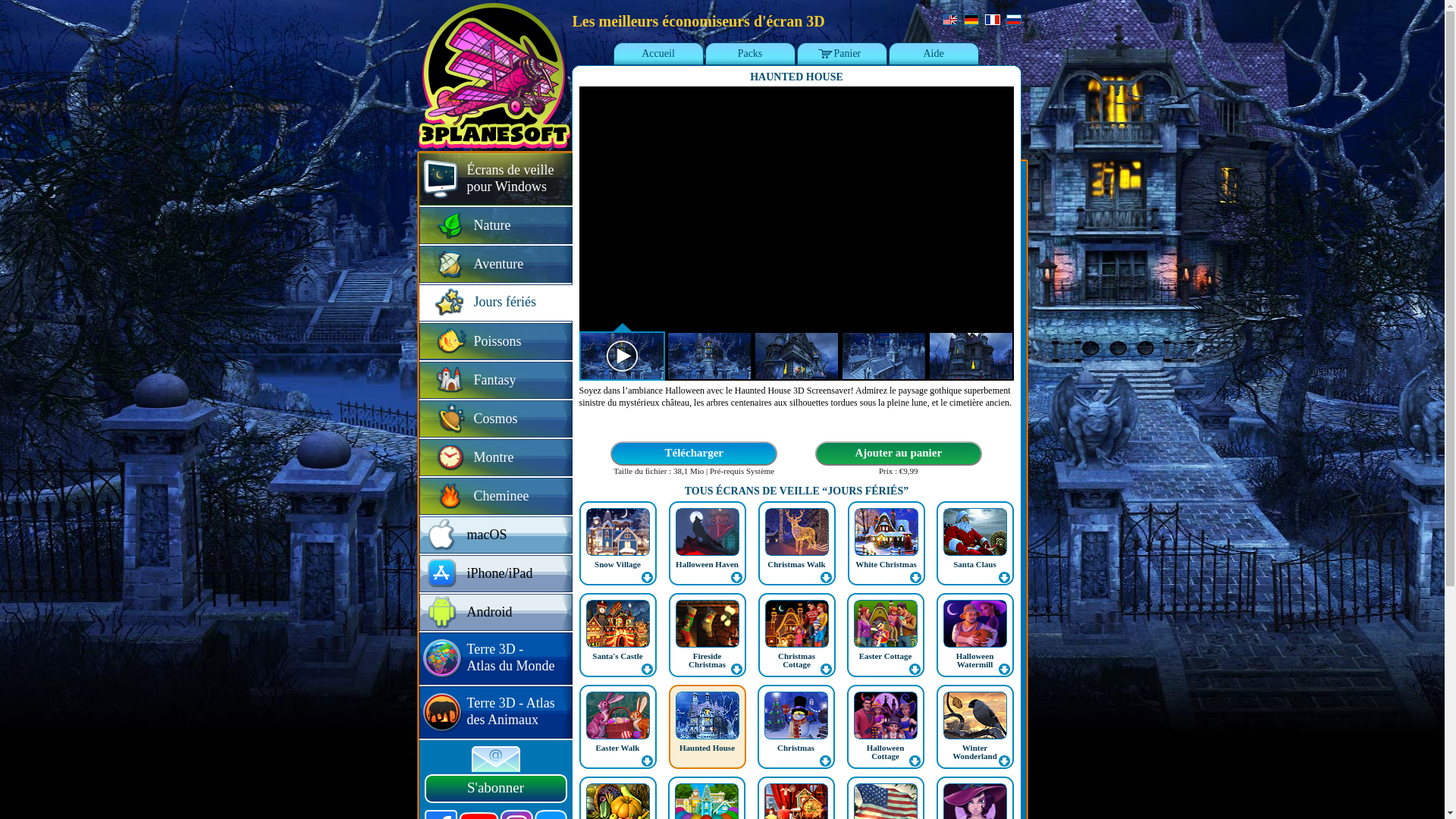  I want to click on 'Subscribe', so click(471, 759).